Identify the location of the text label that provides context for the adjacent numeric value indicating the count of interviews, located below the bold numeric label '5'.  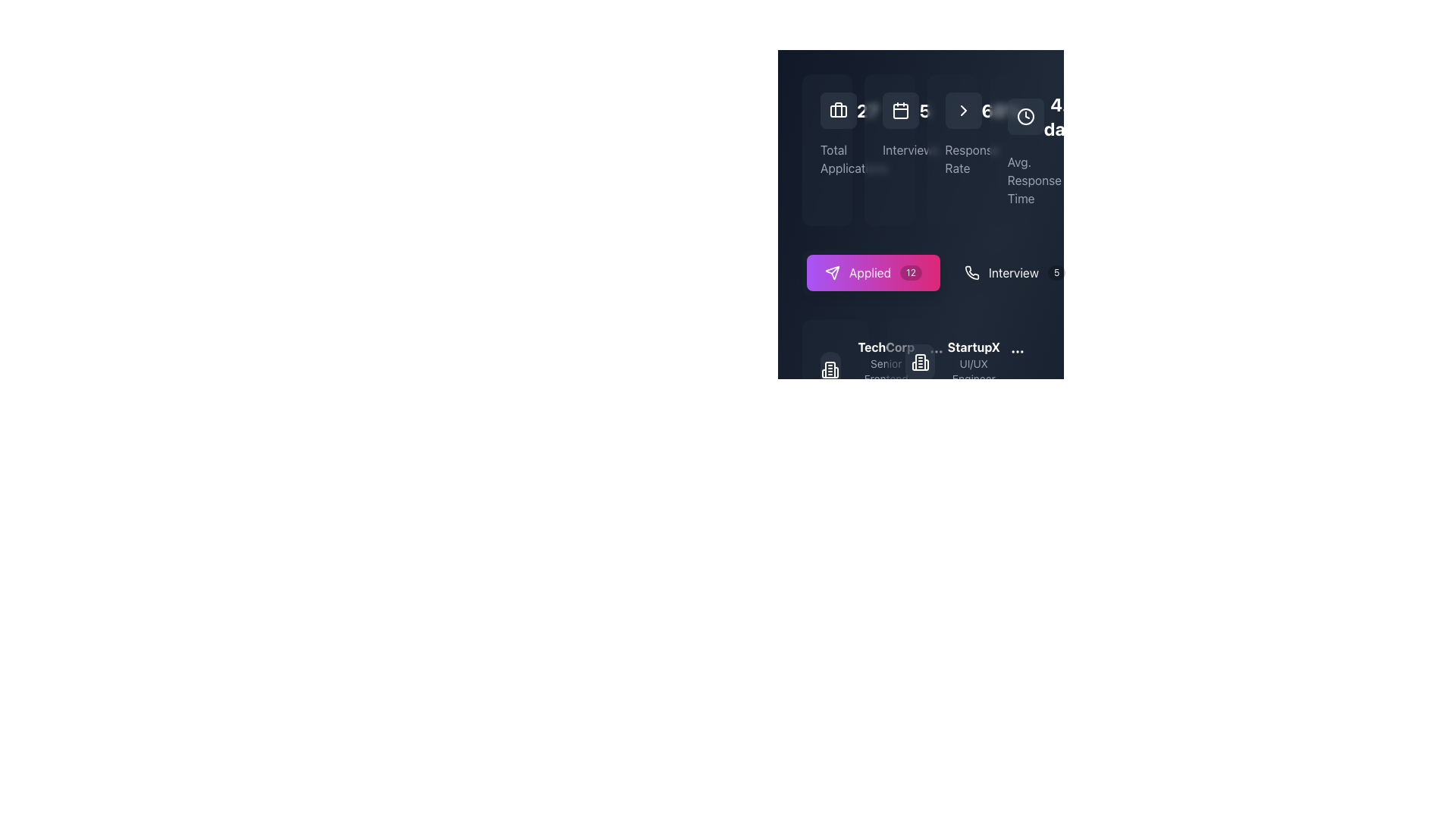
(890, 149).